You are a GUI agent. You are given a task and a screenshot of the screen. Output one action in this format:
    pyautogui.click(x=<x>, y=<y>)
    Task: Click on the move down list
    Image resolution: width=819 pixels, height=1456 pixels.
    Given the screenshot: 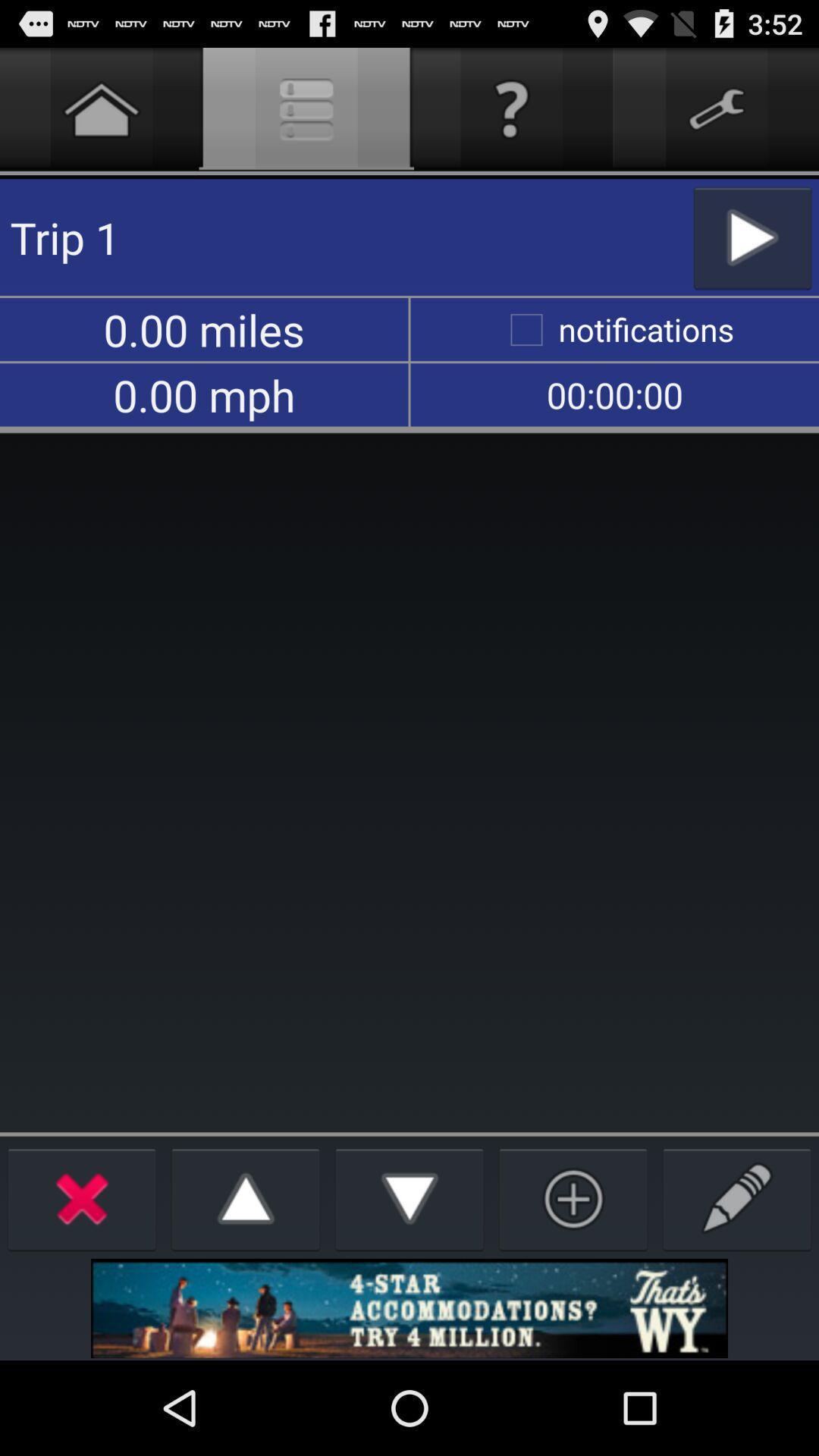 What is the action you would take?
    pyautogui.click(x=409, y=1197)
    